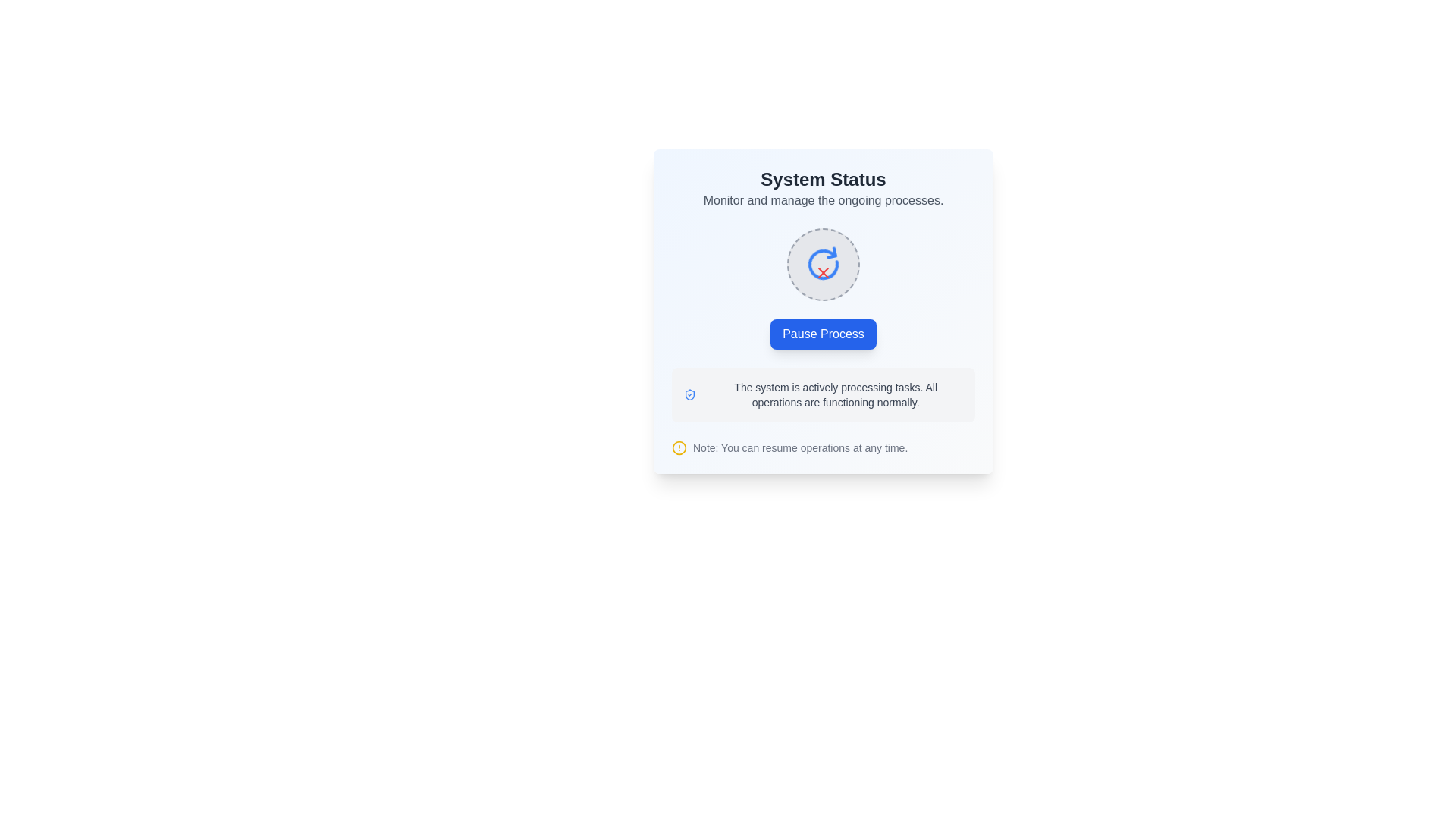 Image resolution: width=1456 pixels, height=819 pixels. What do you see at coordinates (822, 333) in the screenshot?
I see `the pause button located centrally below the circular progress indicator and above the 'System Status' text box to observe visual feedback indicating interactivity` at bounding box center [822, 333].